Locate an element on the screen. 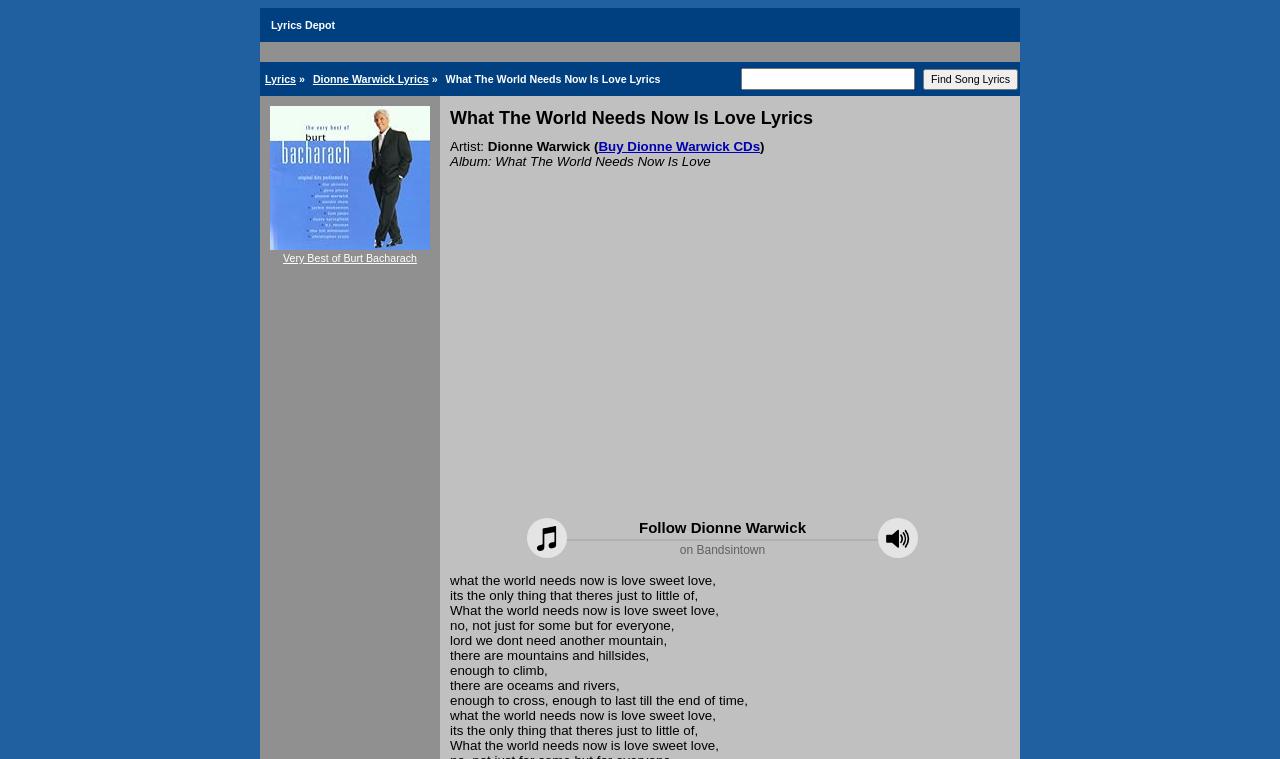 This screenshot has height=759, width=1280. 'Very Best of Burt Bacharach' is located at coordinates (282, 256).